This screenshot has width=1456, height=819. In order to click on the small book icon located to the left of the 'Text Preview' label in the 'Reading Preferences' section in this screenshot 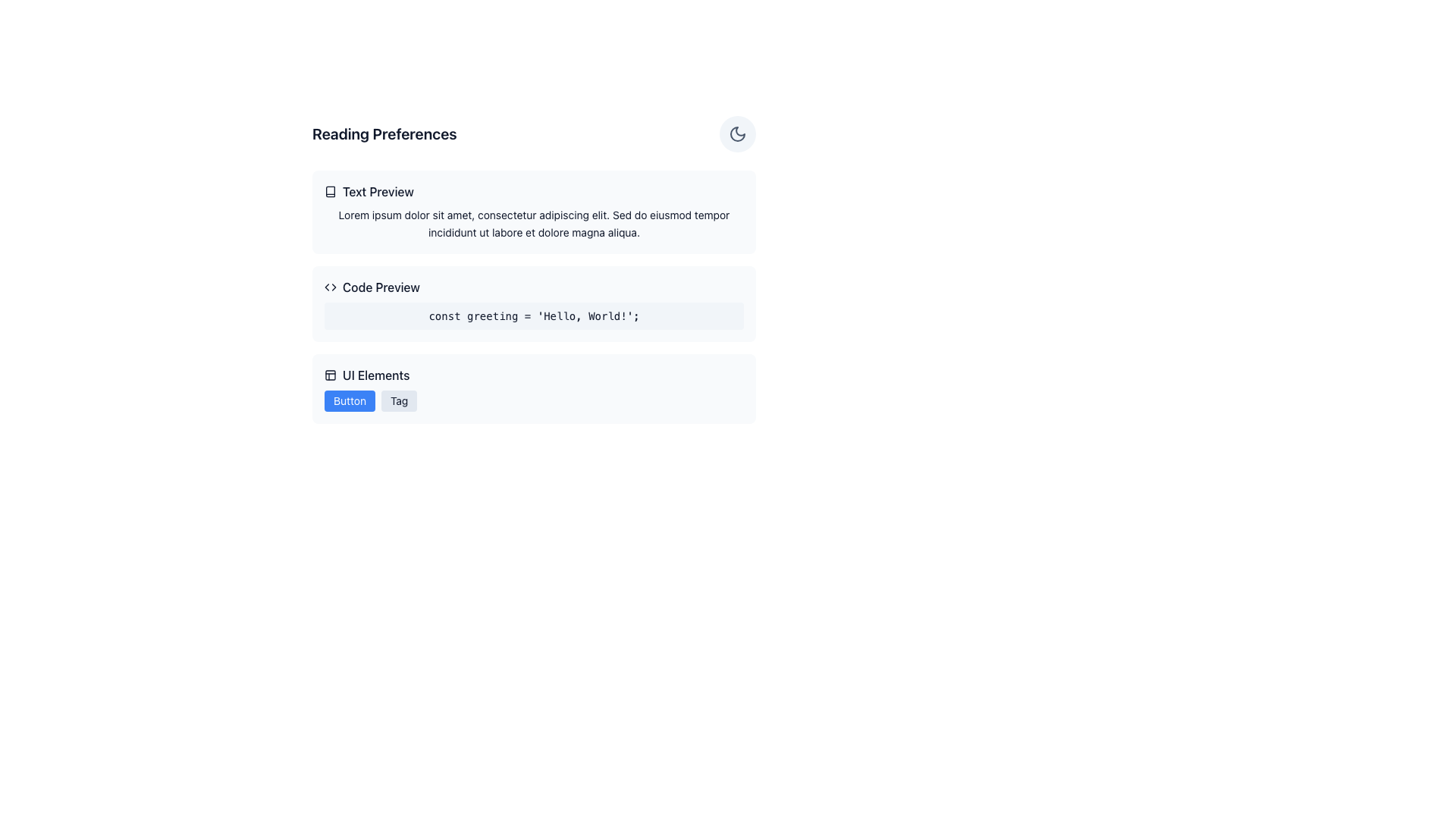, I will do `click(330, 191)`.